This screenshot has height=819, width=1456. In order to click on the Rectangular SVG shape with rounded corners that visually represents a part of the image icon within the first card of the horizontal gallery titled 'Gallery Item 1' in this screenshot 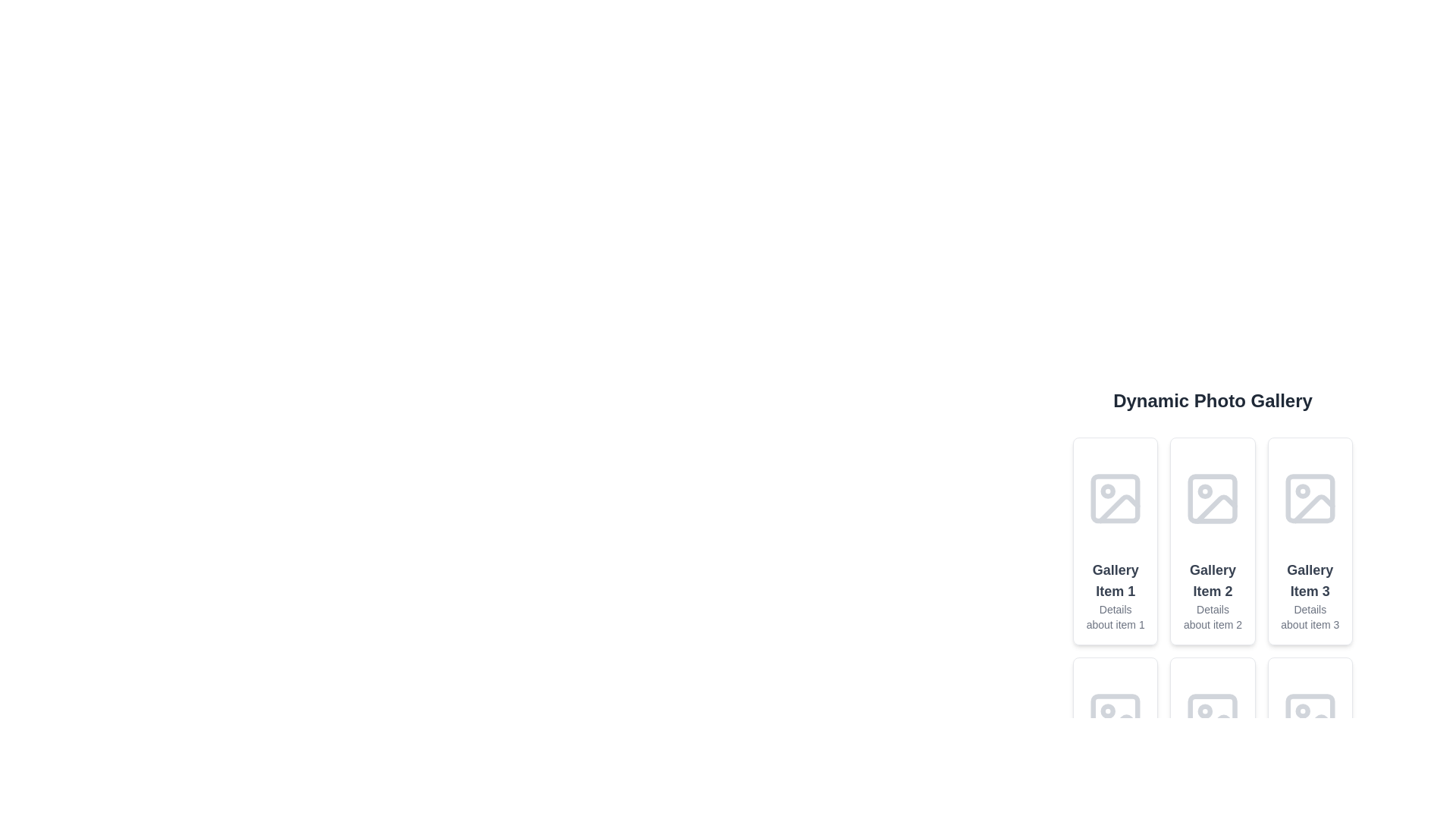, I will do `click(1116, 499)`.